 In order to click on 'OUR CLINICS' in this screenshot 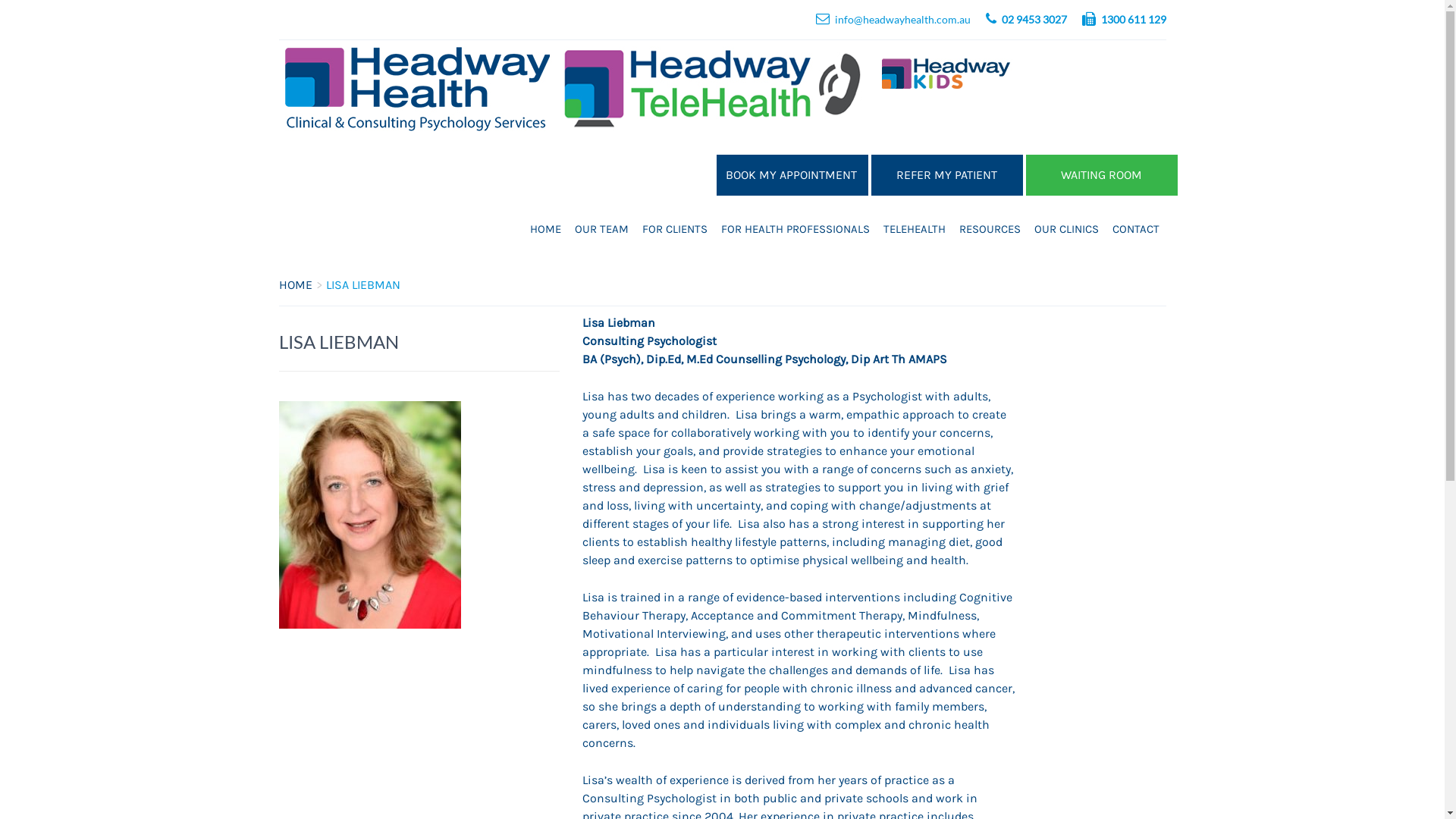, I will do `click(1026, 228)`.